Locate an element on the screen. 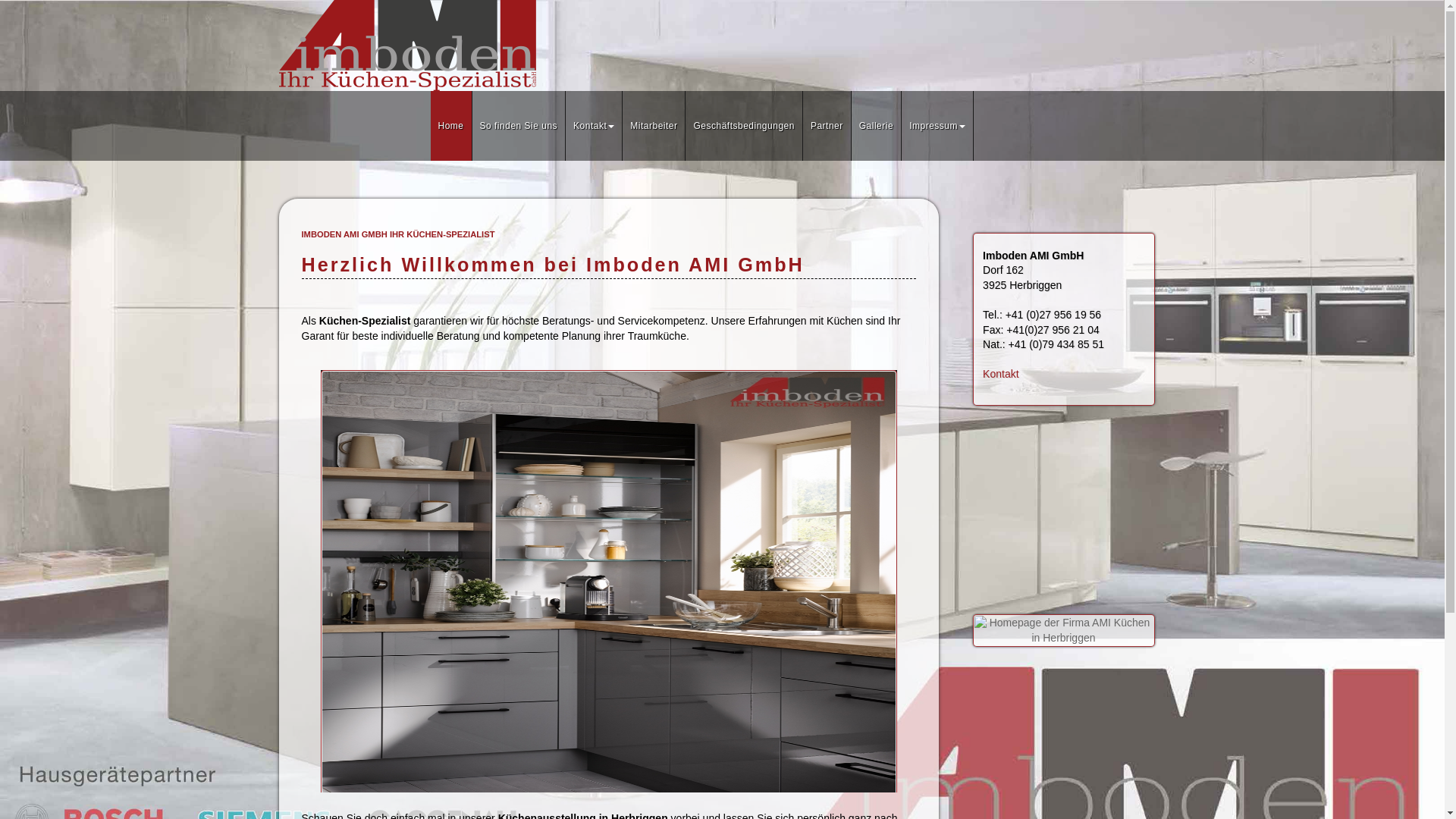 The width and height of the screenshot is (1456, 819). 'Gallerie' is located at coordinates (877, 124).